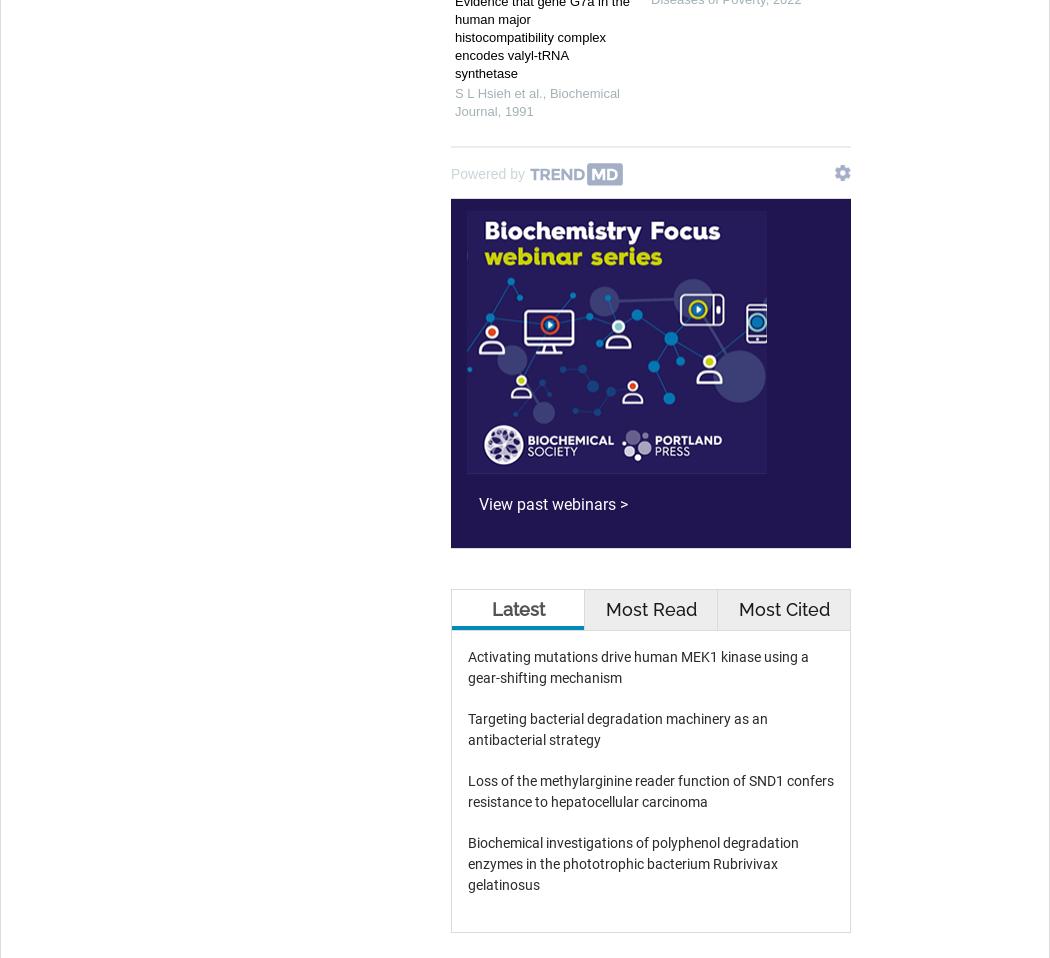  Describe the element at coordinates (487, 172) in the screenshot. I see `'Powered by'` at that location.